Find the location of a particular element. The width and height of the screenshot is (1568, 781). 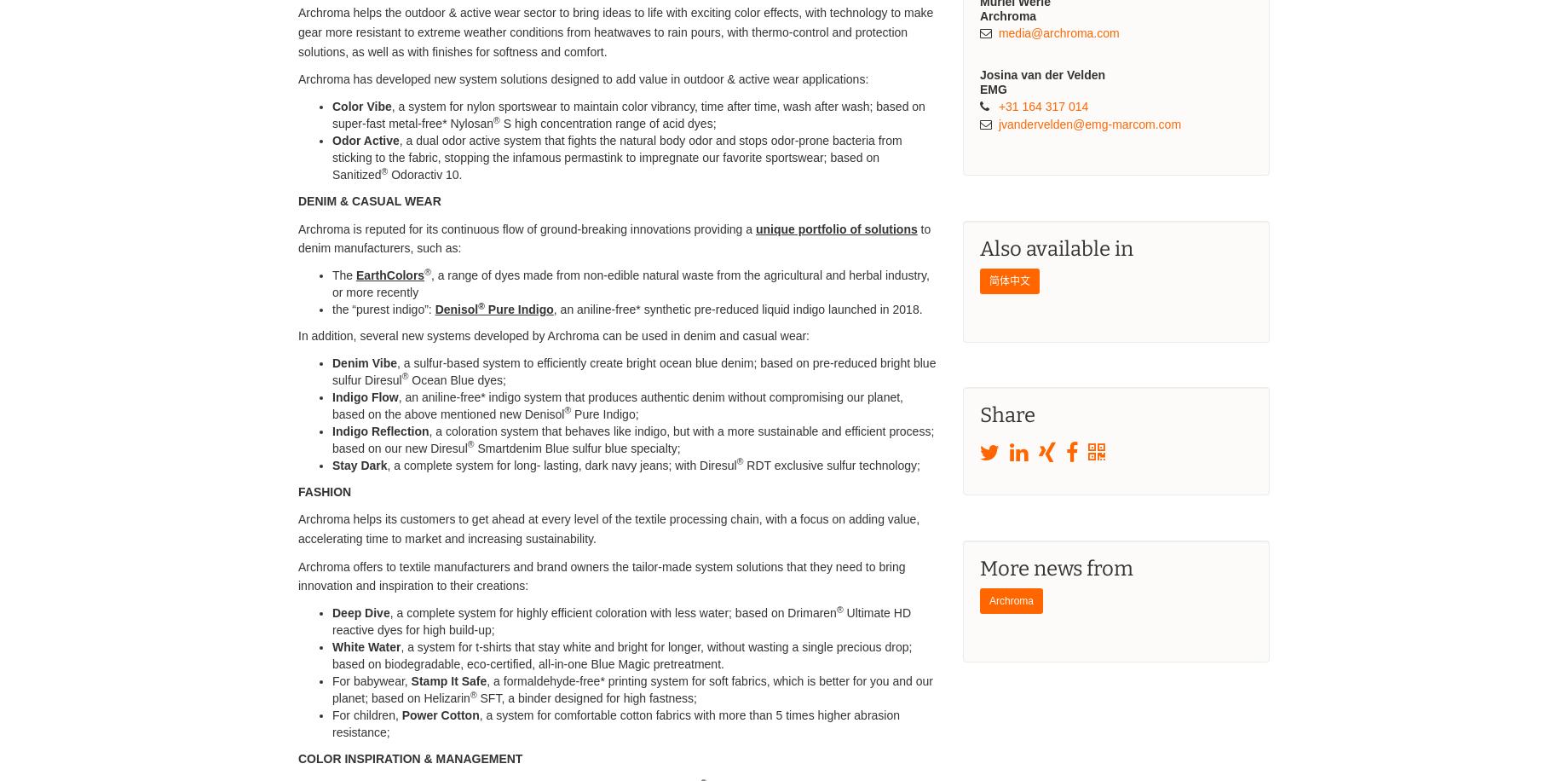

'Smartdenim Blue sulfur blue specialty;' is located at coordinates (575, 446).